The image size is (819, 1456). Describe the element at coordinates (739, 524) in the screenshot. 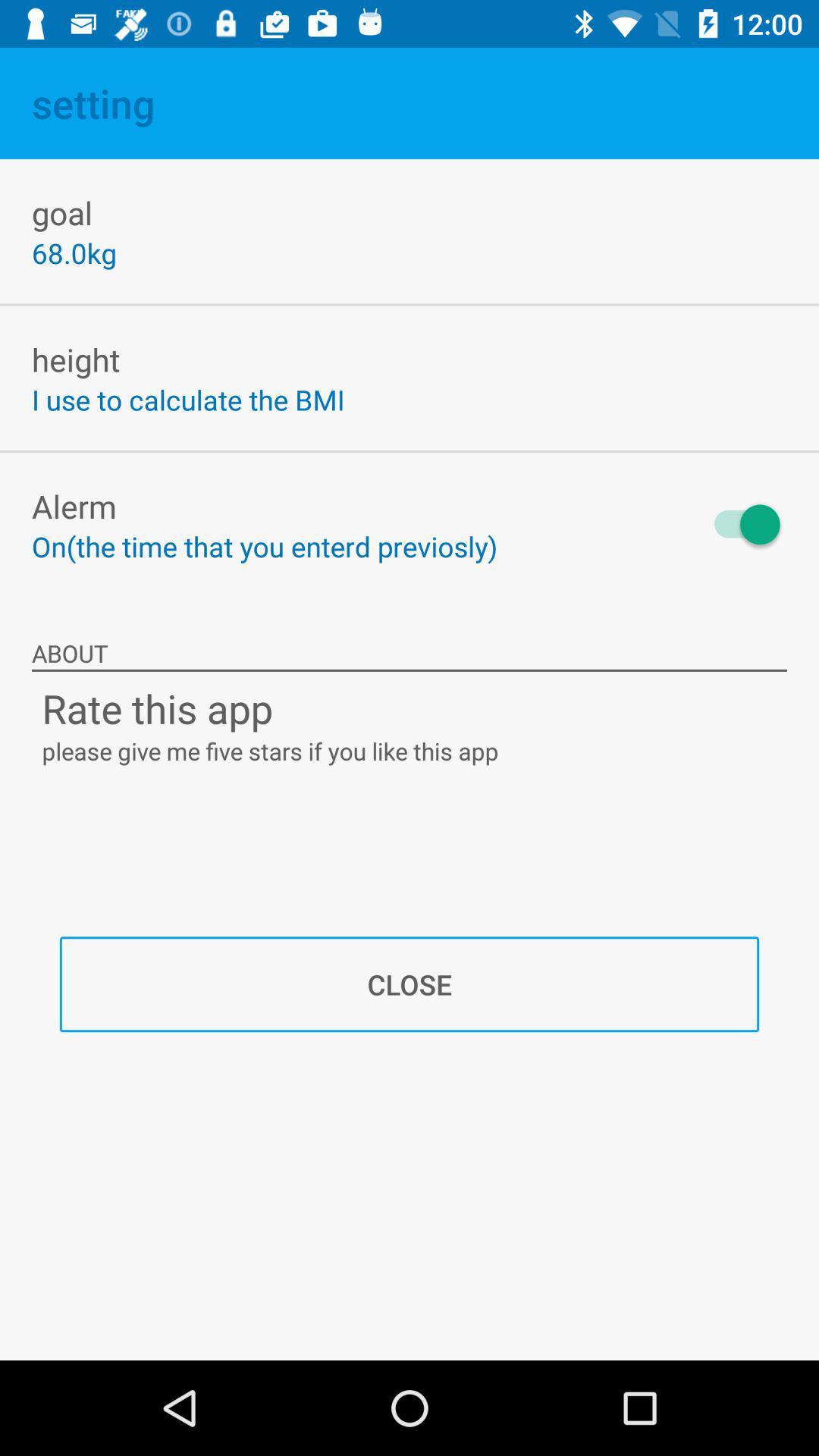

I see `icon next to the on the time icon` at that location.